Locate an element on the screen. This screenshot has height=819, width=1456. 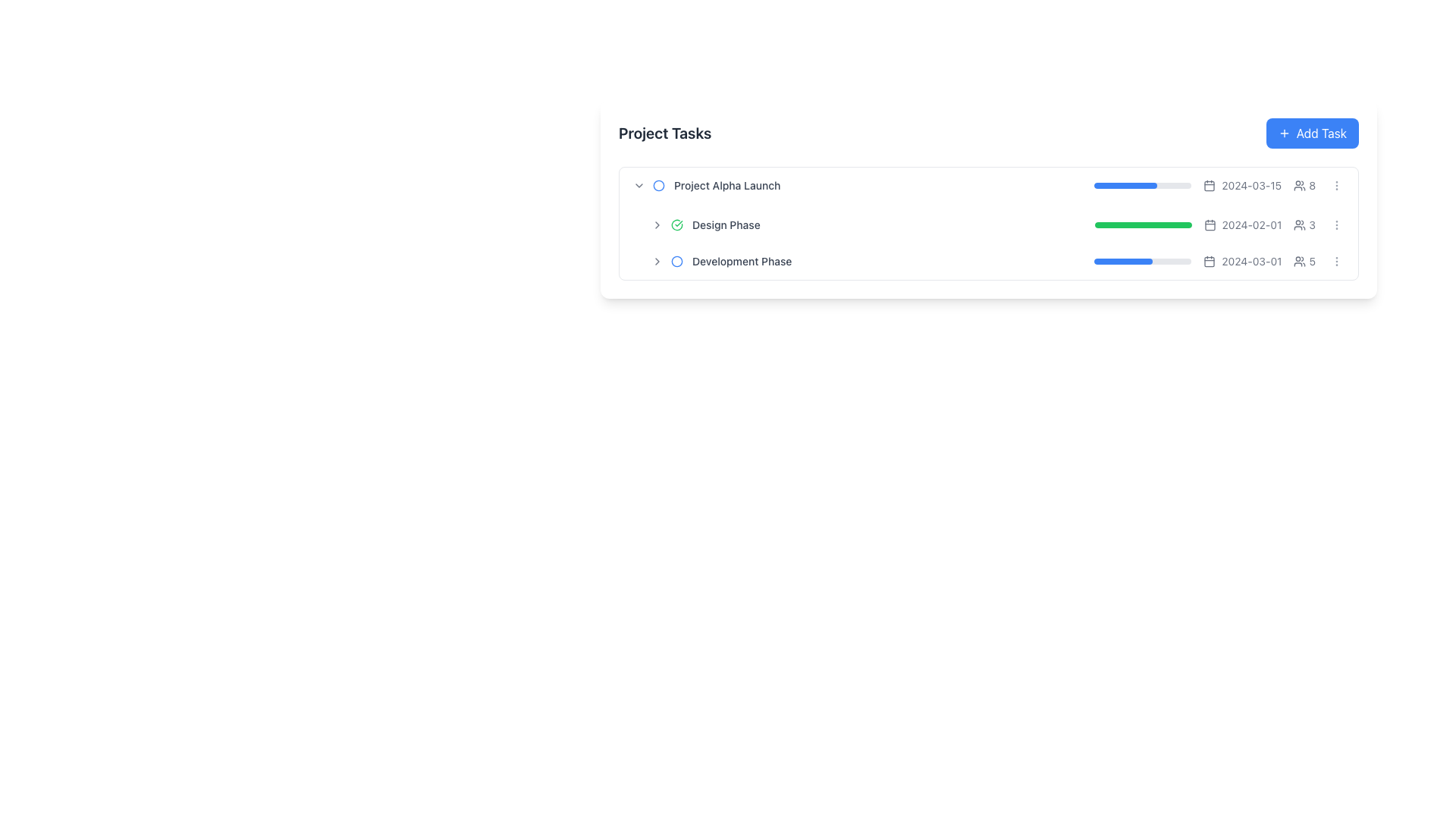
the progress bar indicating 60% completion for the task titled 'Development Phase' located below the date '2024-03-01' is located at coordinates (1143, 260).